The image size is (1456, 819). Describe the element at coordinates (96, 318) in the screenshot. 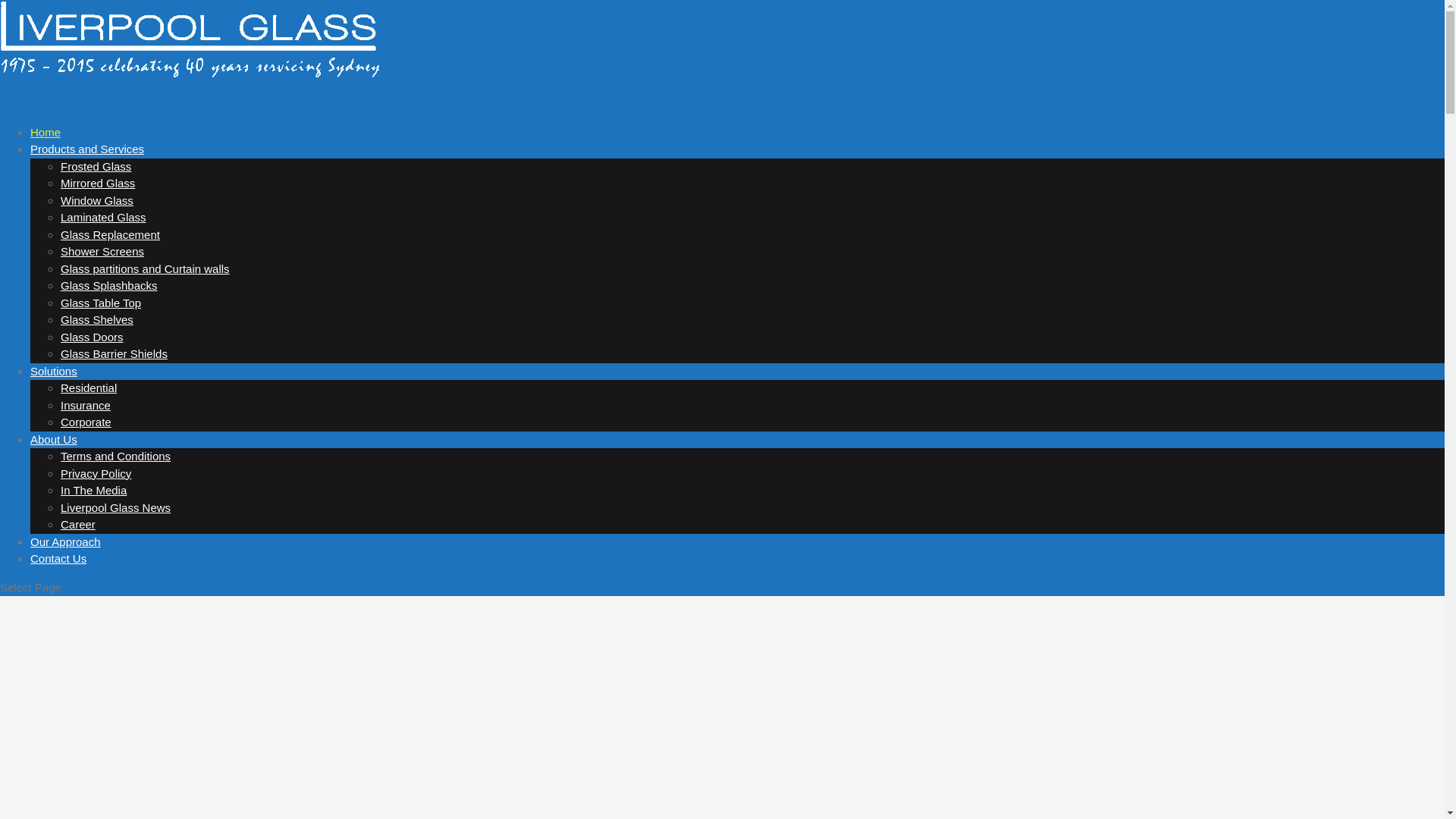

I see `'Glass Shelves'` at that location.